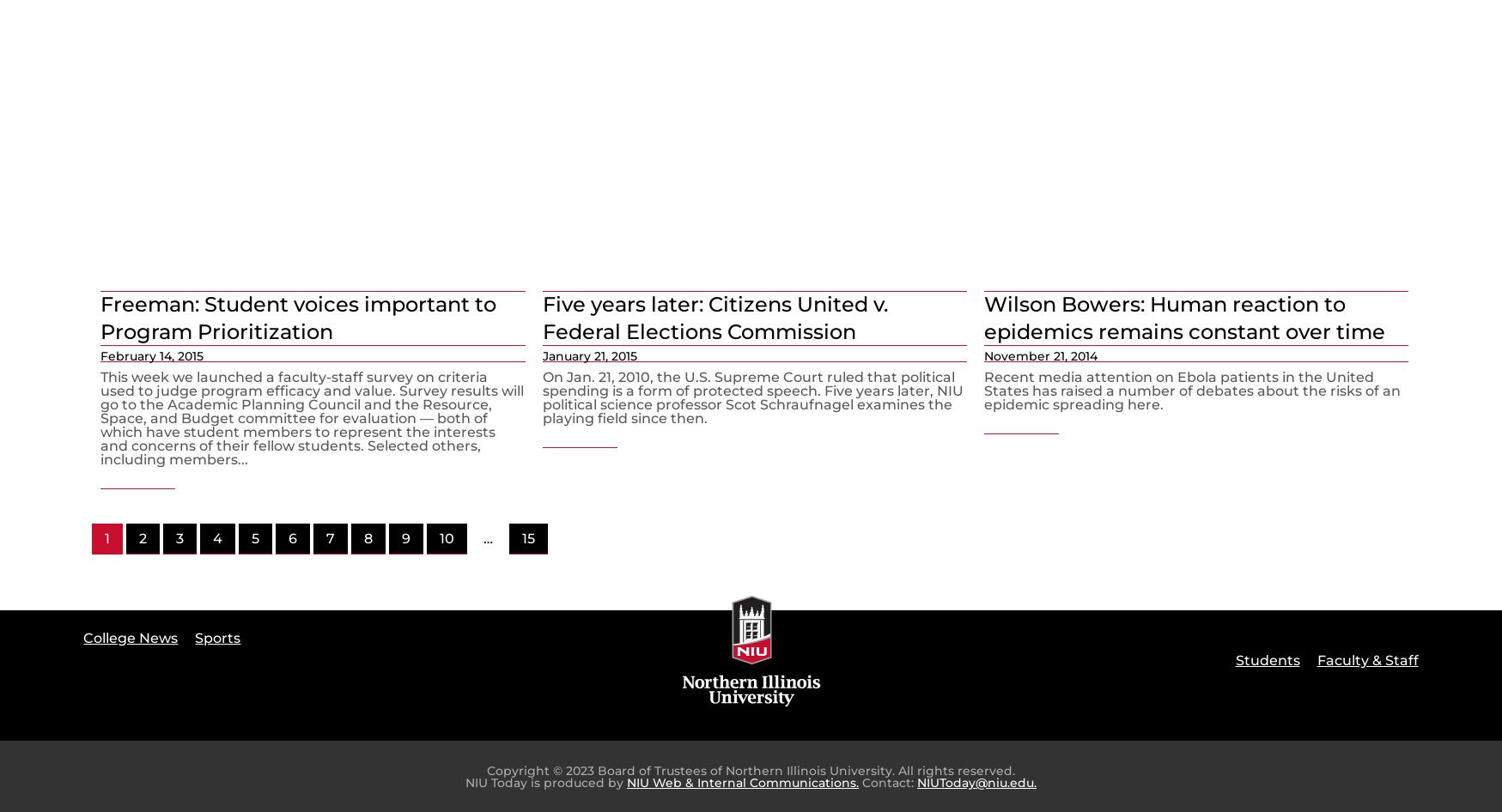  Describe the element at coordinates (447, 537) in the screenshot. I see `'10'` at that location.